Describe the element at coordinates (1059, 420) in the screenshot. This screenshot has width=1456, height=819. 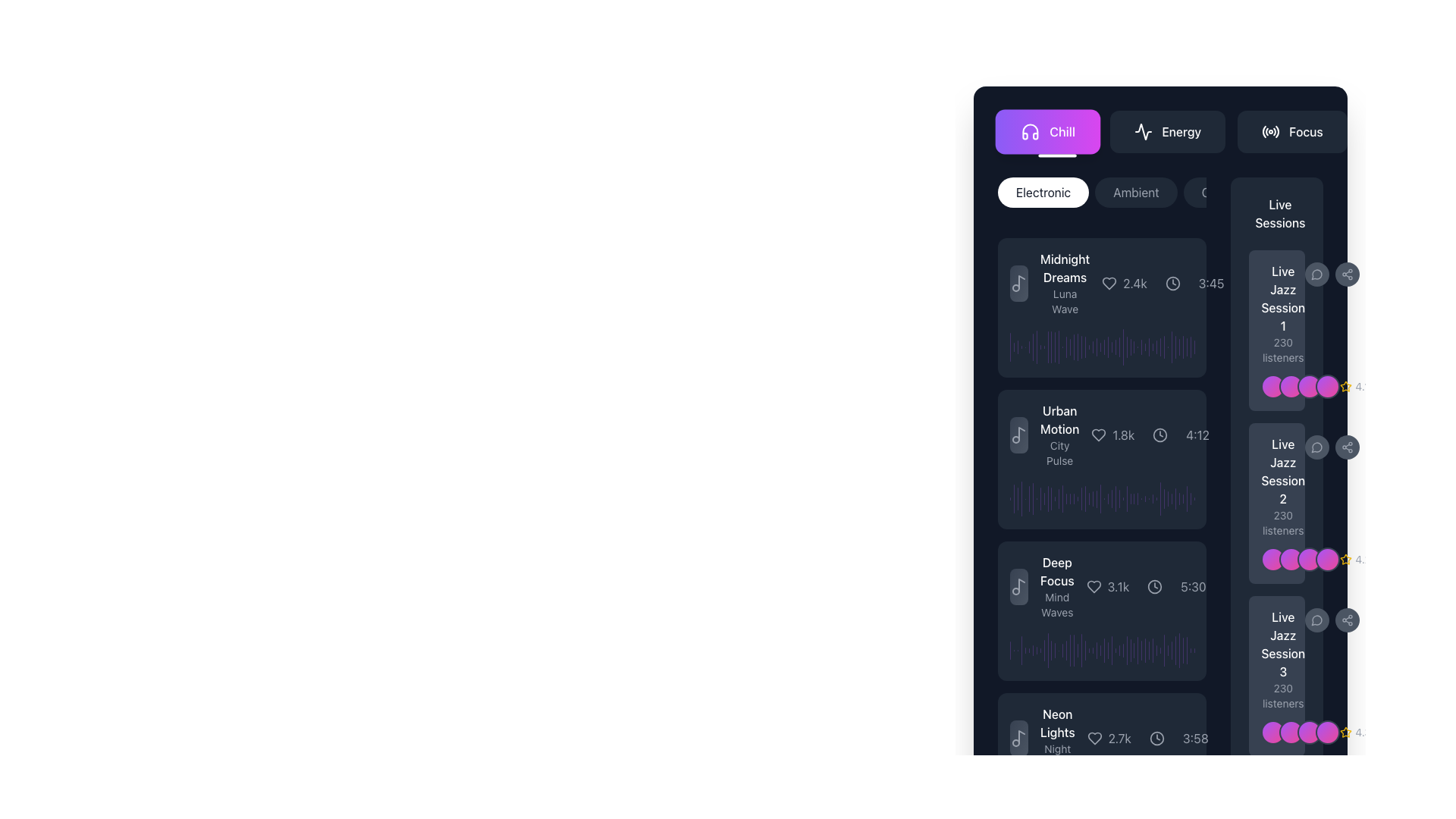
I see `the static text label displaying 'Urban Motion' in white, which is positioned above the 'City Pulse' label in a vertical card layout` at that location.